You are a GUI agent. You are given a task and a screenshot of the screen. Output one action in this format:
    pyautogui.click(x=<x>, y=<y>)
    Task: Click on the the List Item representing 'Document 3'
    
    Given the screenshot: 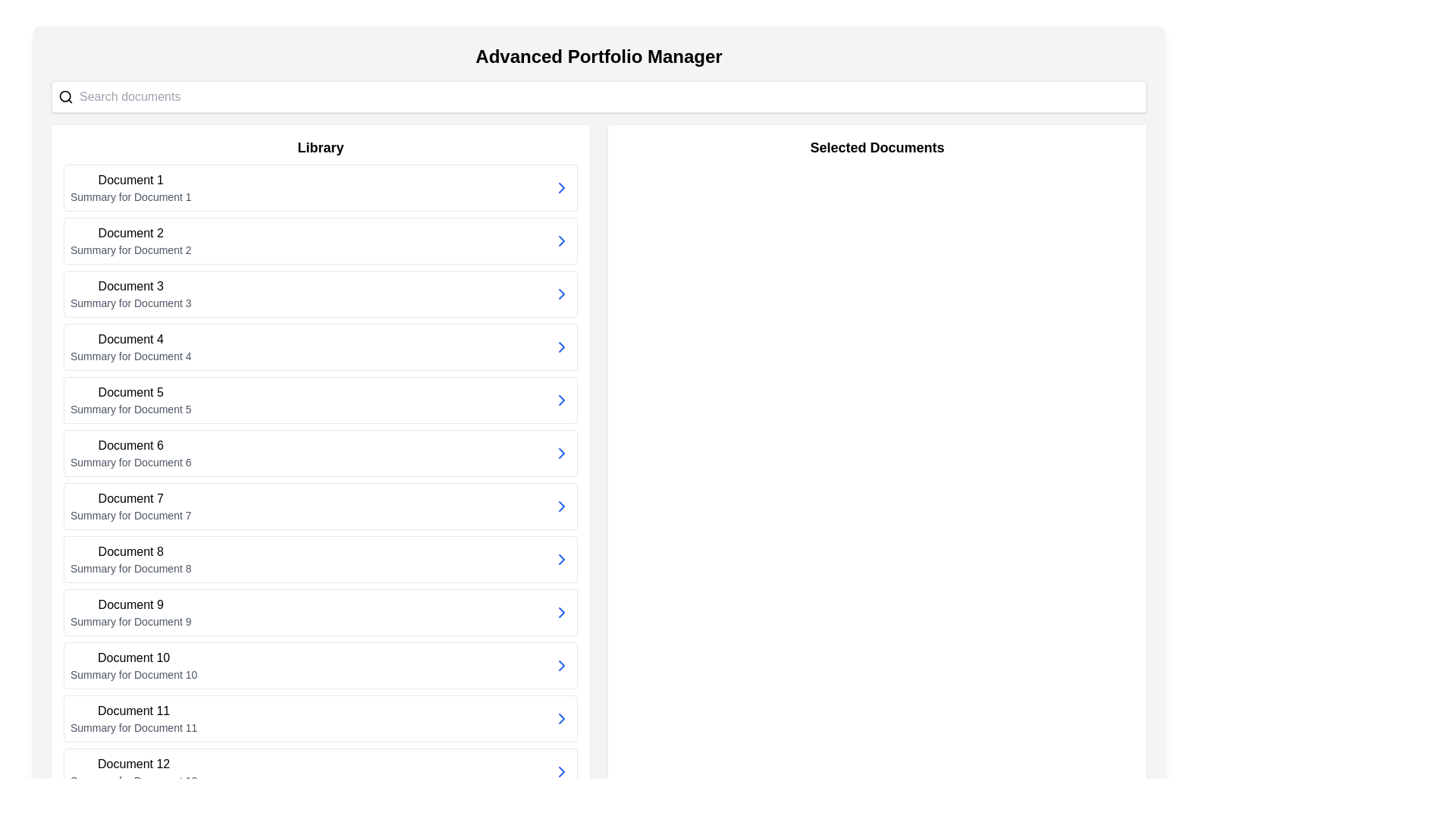 What is the action you would take?
    pyautogui.click(x=319, y=294)
    